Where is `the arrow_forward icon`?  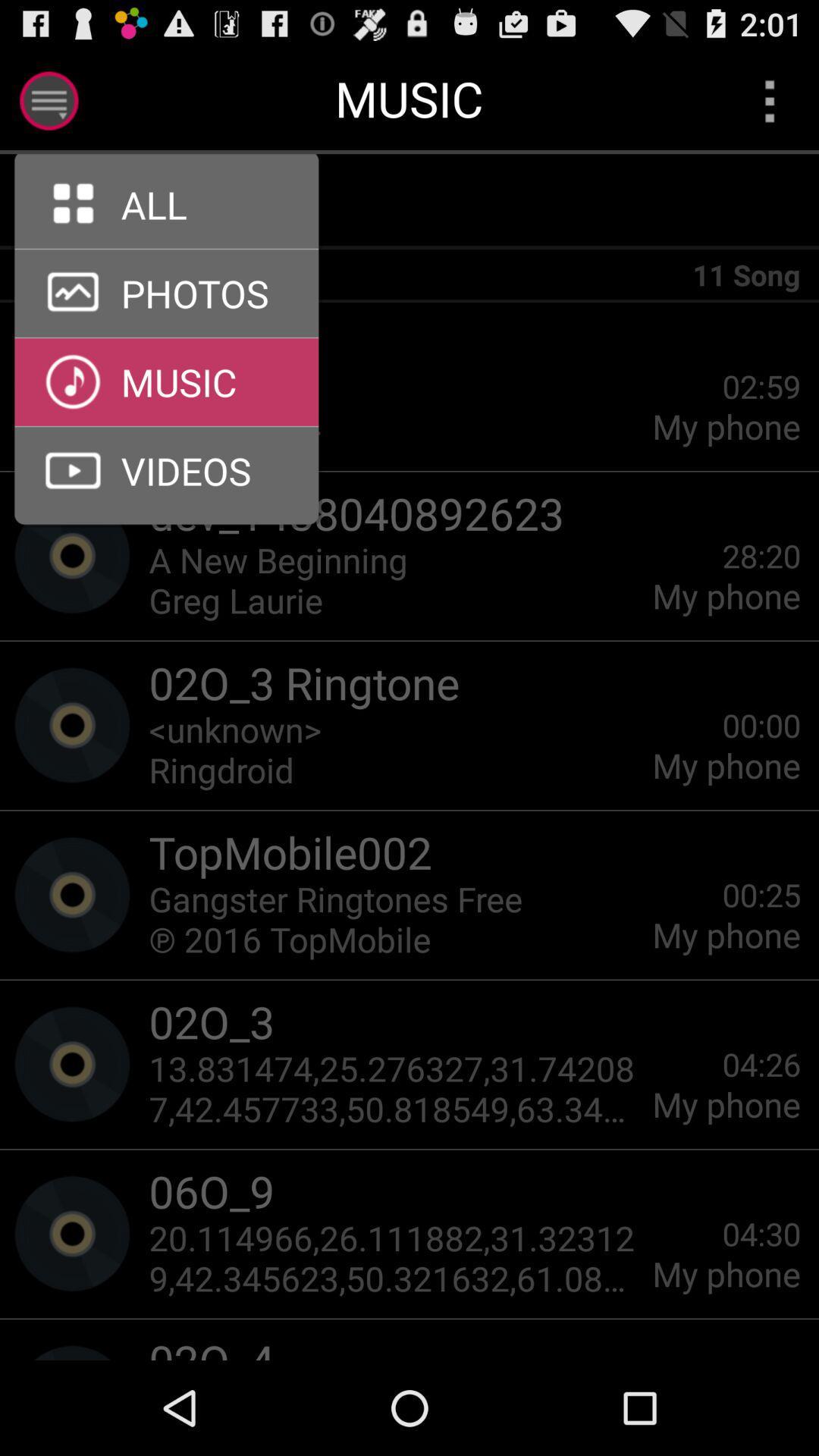 the arrow_forward icon is located at coordinates (166, 266).